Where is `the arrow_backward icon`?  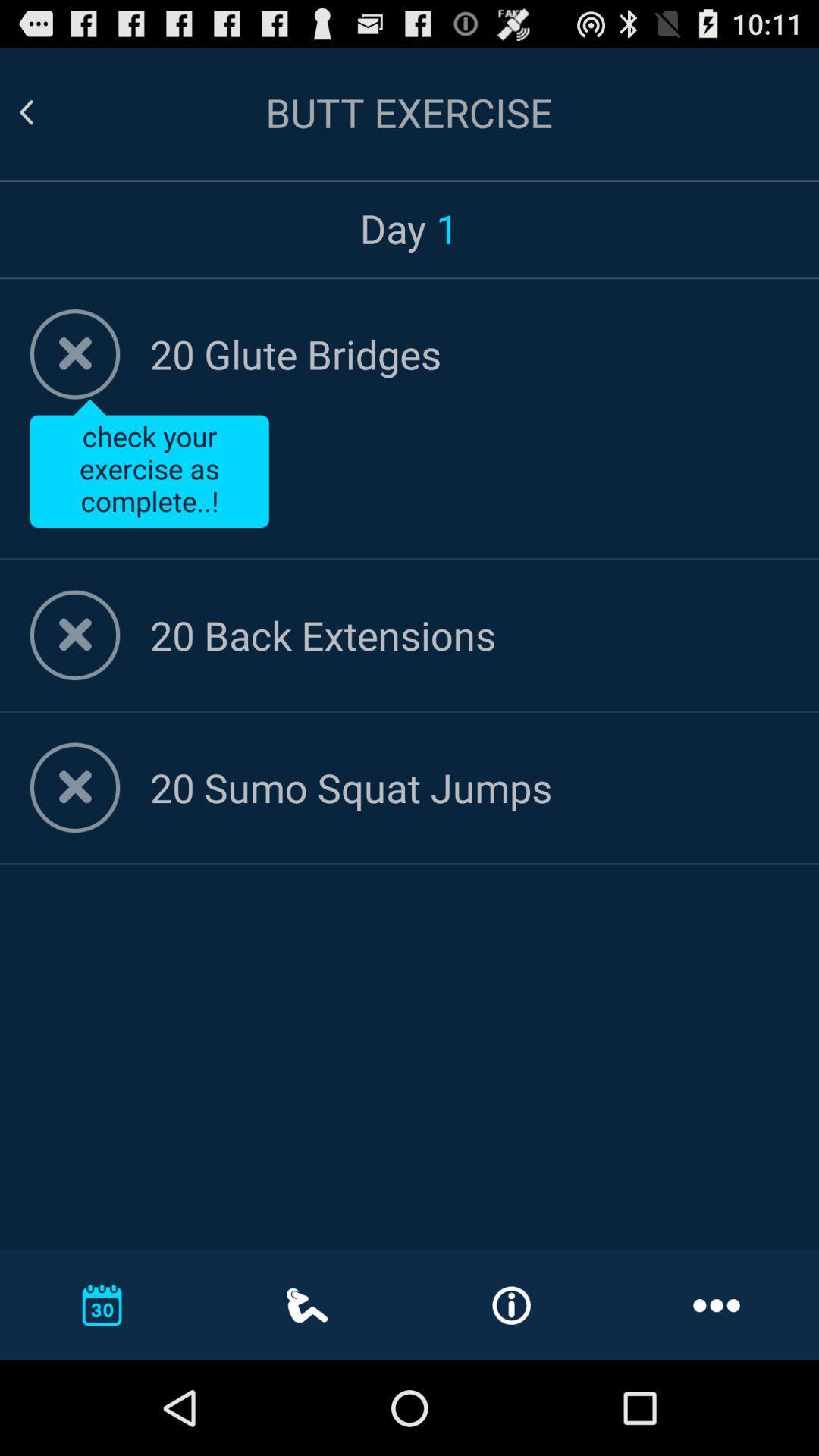 the arrow_backward icon is located at coordinates (44, 119).